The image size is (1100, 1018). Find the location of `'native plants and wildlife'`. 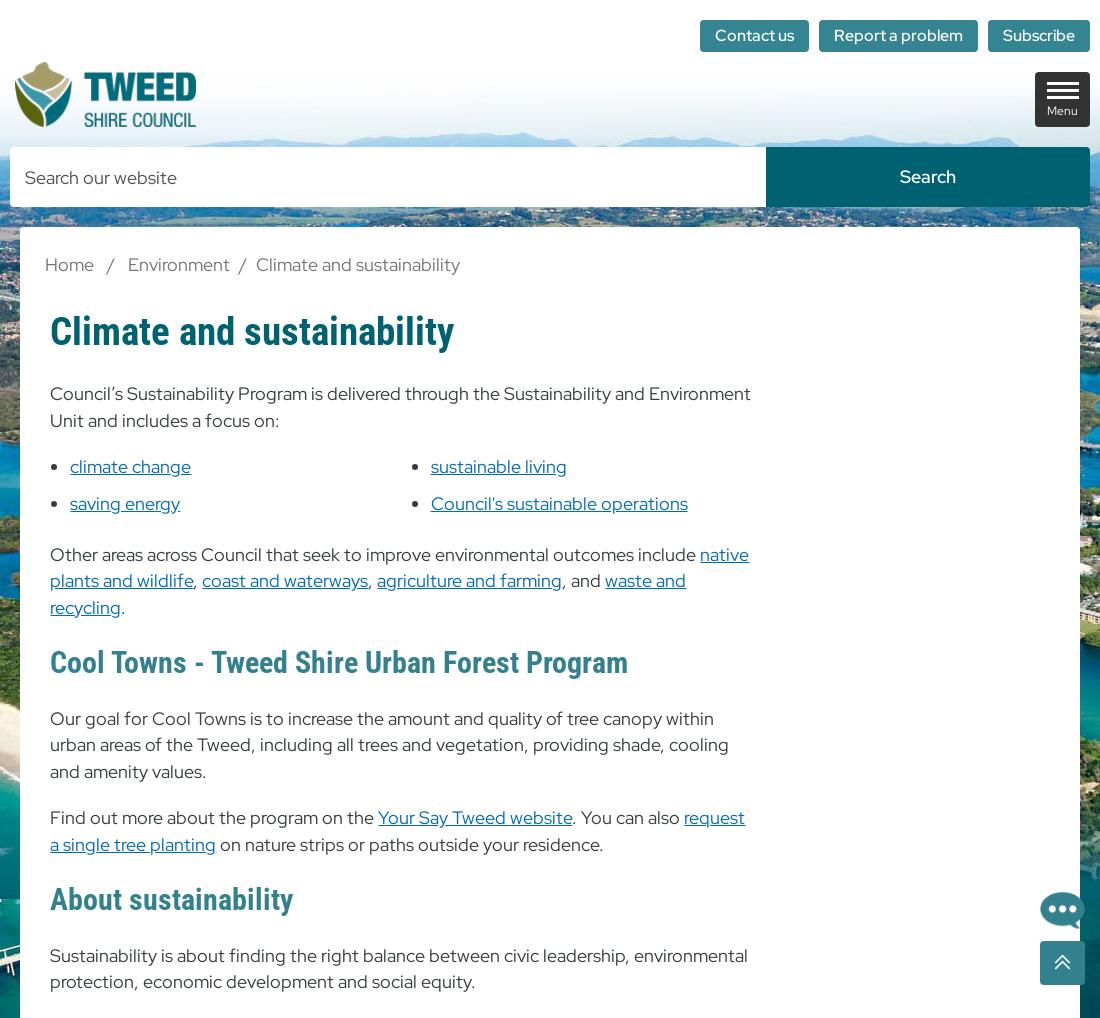

'native plants and wildlife' is located at coordinates (399, 567).